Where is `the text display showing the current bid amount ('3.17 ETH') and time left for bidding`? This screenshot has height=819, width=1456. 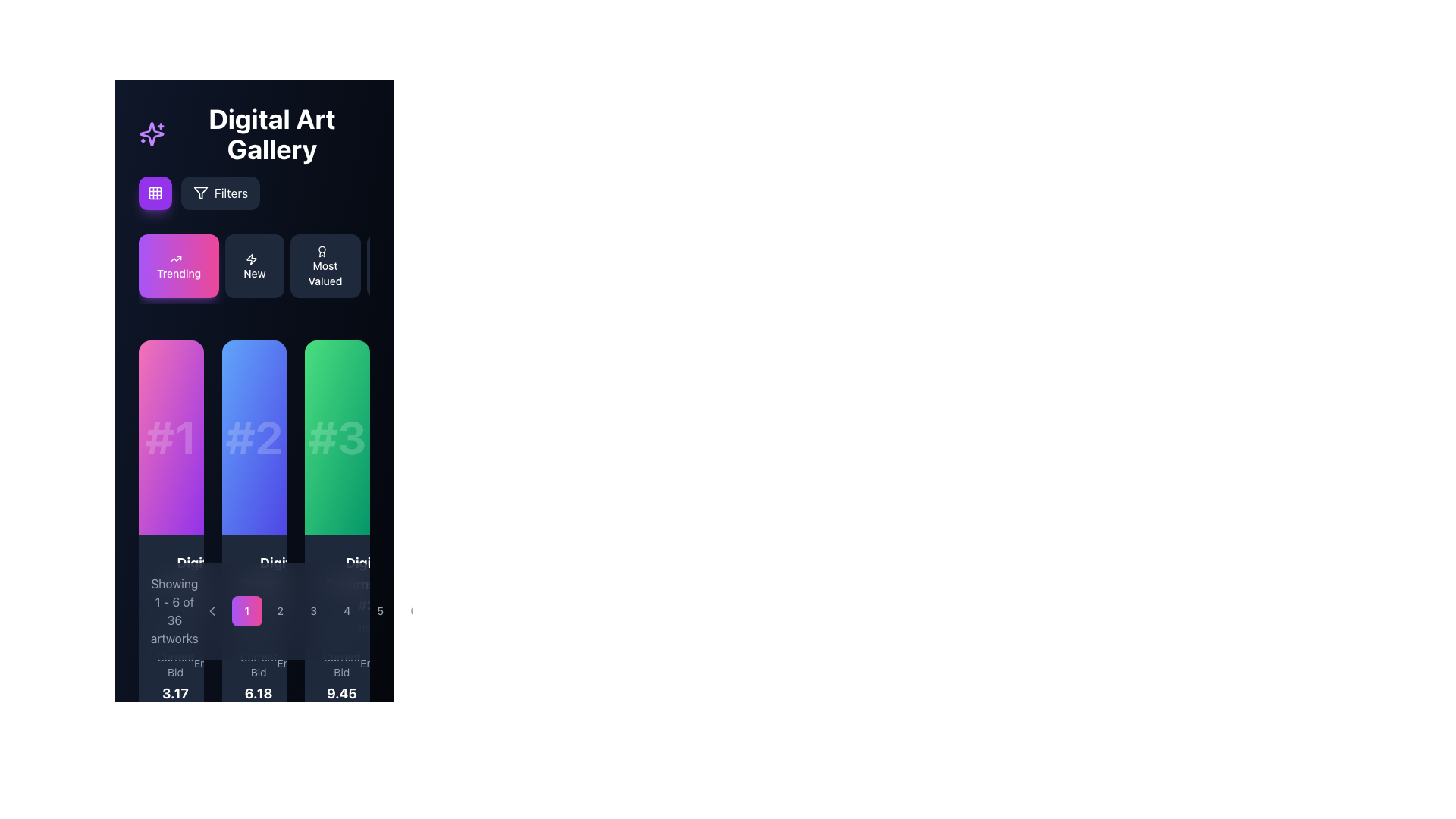 the text display showing the current bid amount ('3.17 ETH') and time left for bidding is located at coordinates (171, 687).